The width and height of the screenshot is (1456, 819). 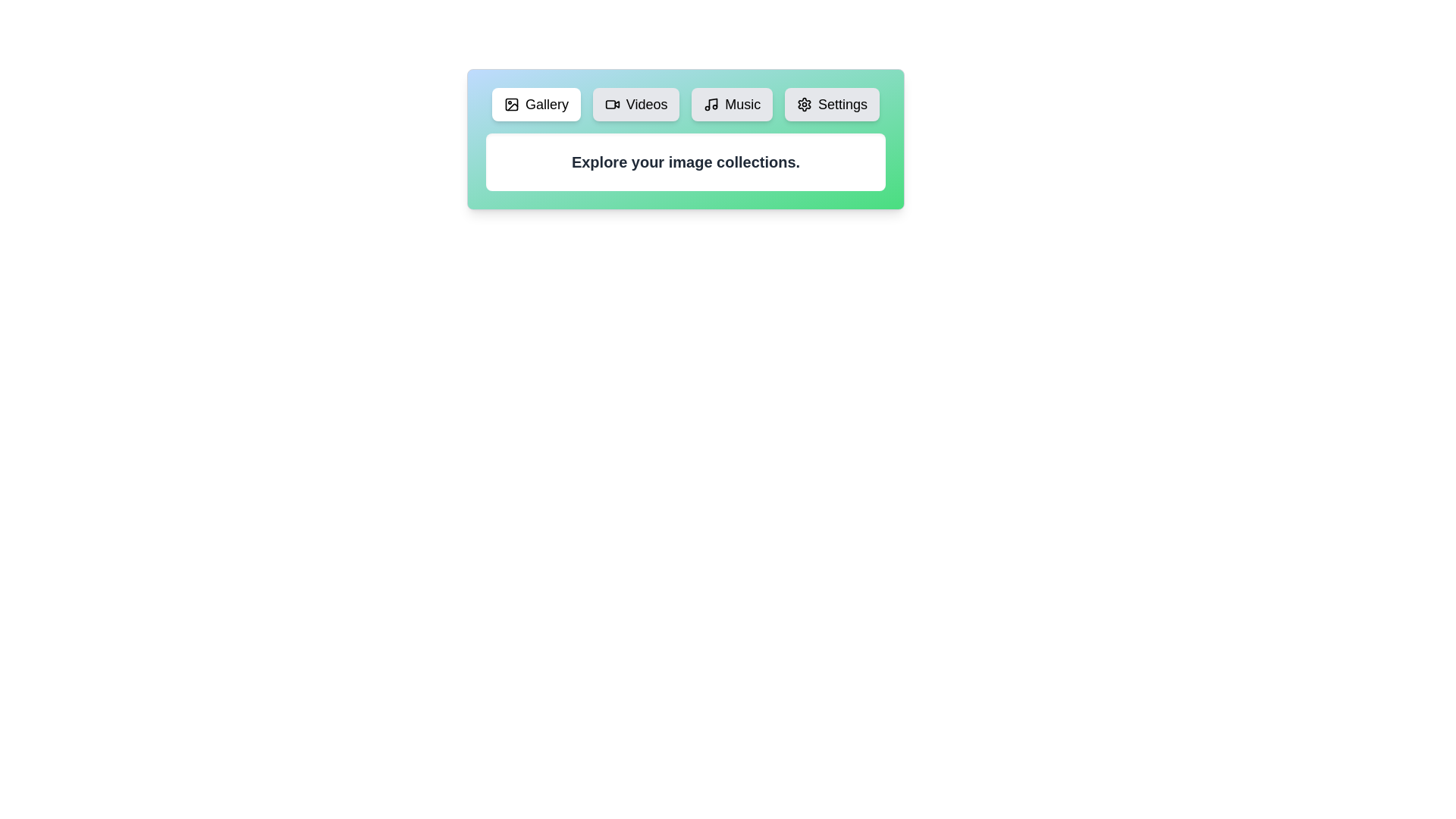 I want to click on the tab labeled Gallery to view its content, so click(x=536, y=104).